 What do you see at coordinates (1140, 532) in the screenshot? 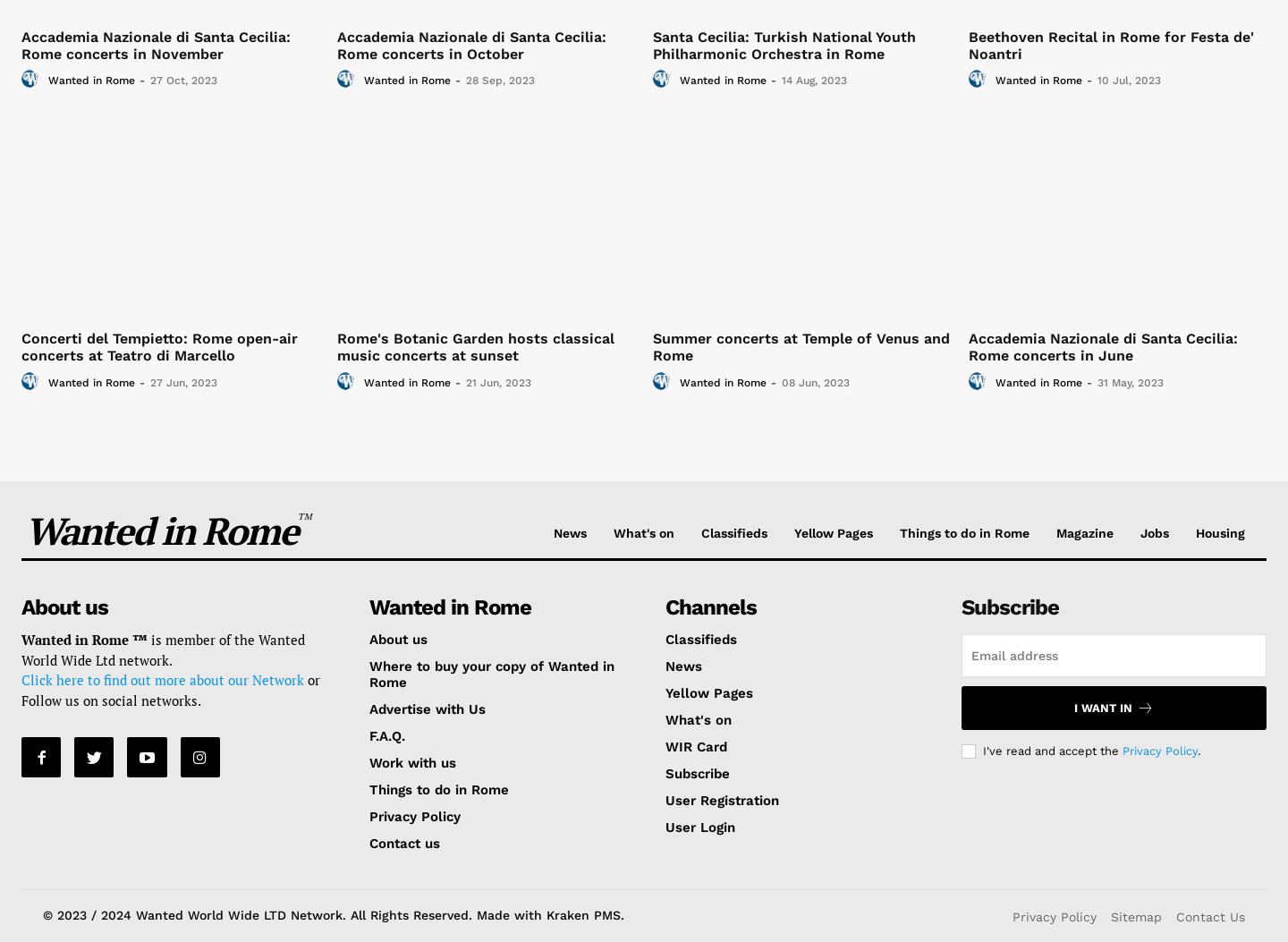
I see `'Jobs'` at bounding box center [1140, 532].